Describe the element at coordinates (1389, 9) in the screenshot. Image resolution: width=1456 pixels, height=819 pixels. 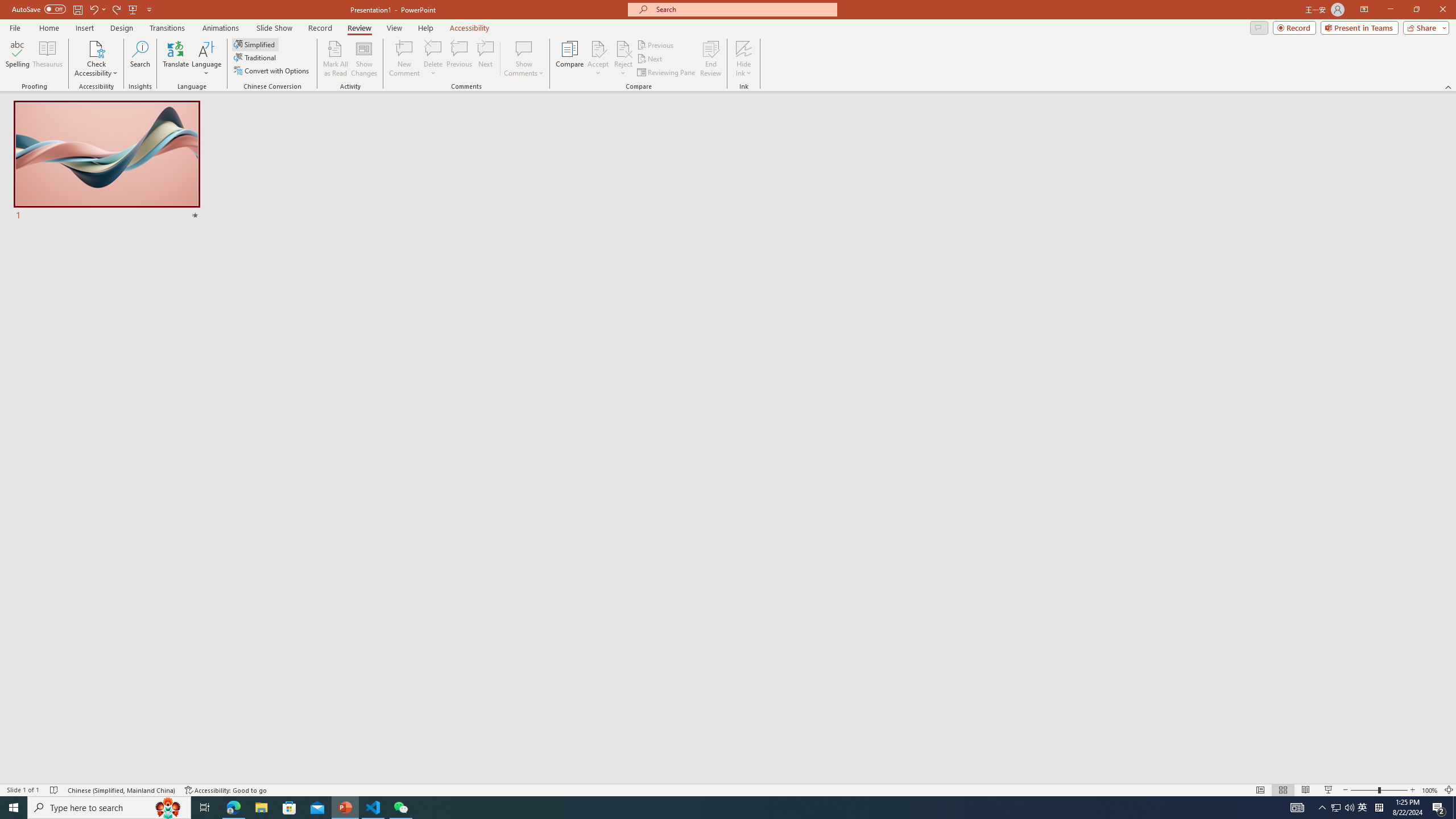
I see `'Minimize'` at that location.